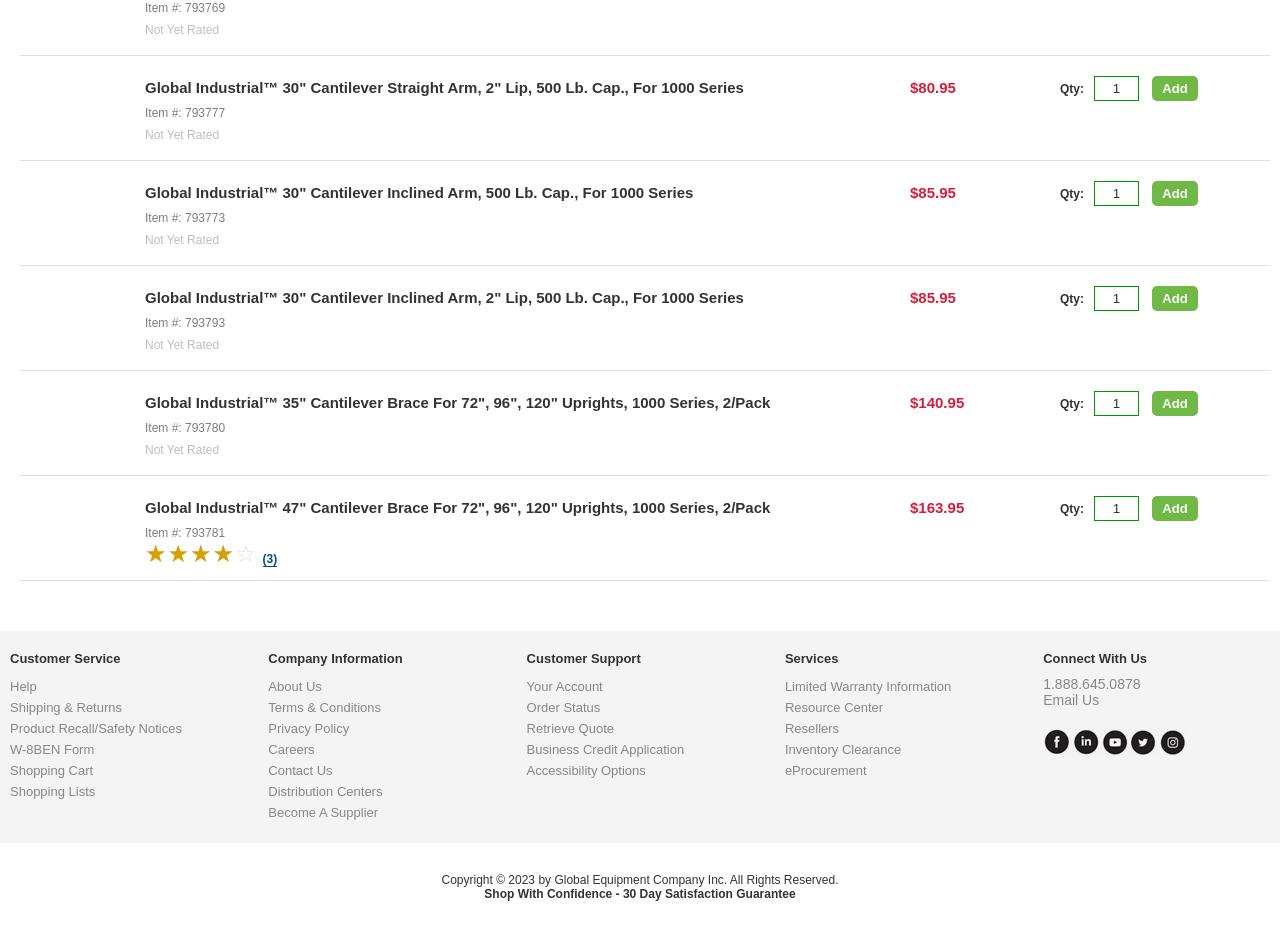 This screenshot has width=1280, height=930. I want to click on 'Careers', so click(289, 909).